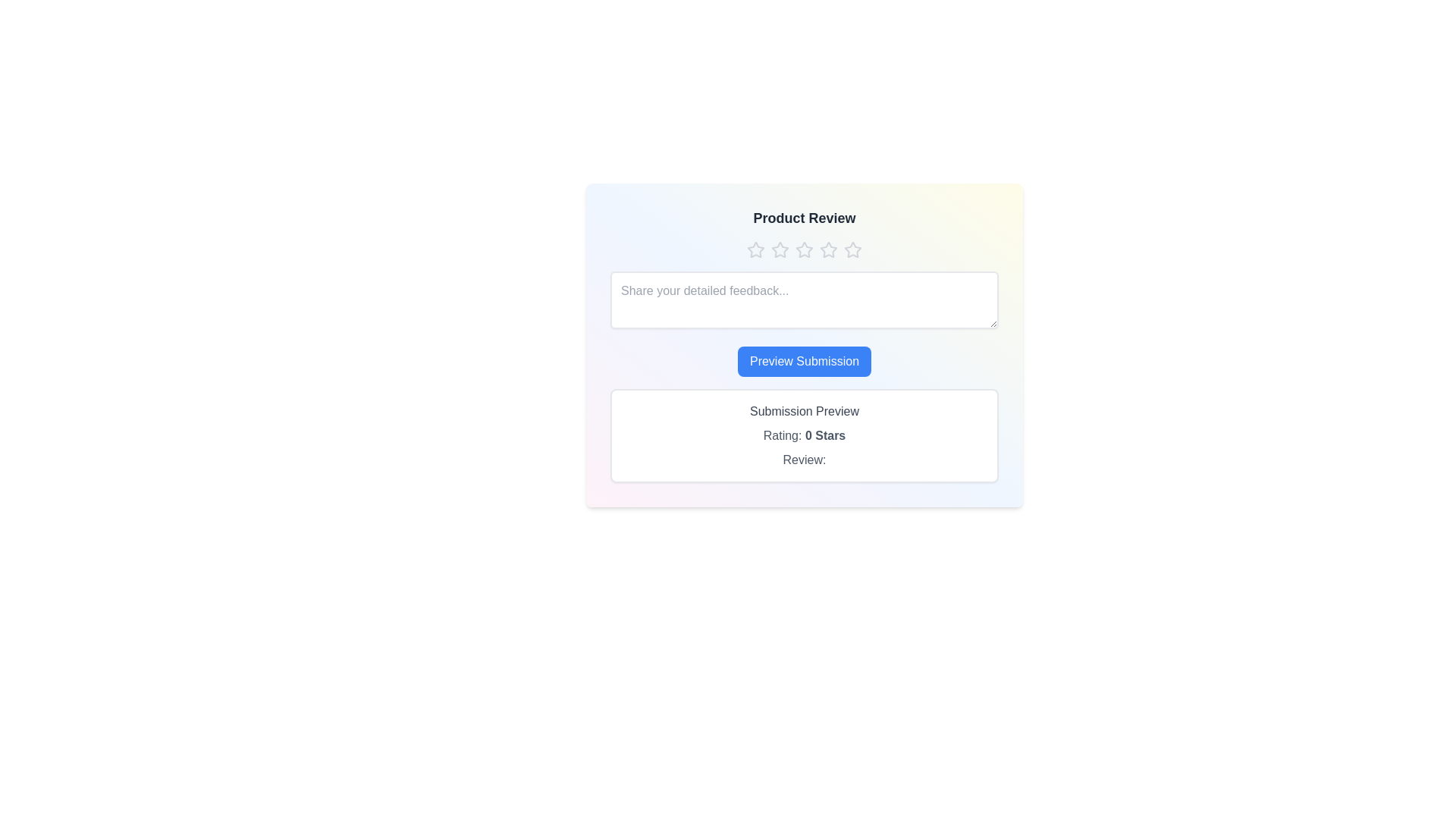 The width and height of the screenshot is (1456, 819). Describe the element at coordinates (803, 249) in the screenshot. I see `the star corresponding to the desired rating of 3 stars` at that location.